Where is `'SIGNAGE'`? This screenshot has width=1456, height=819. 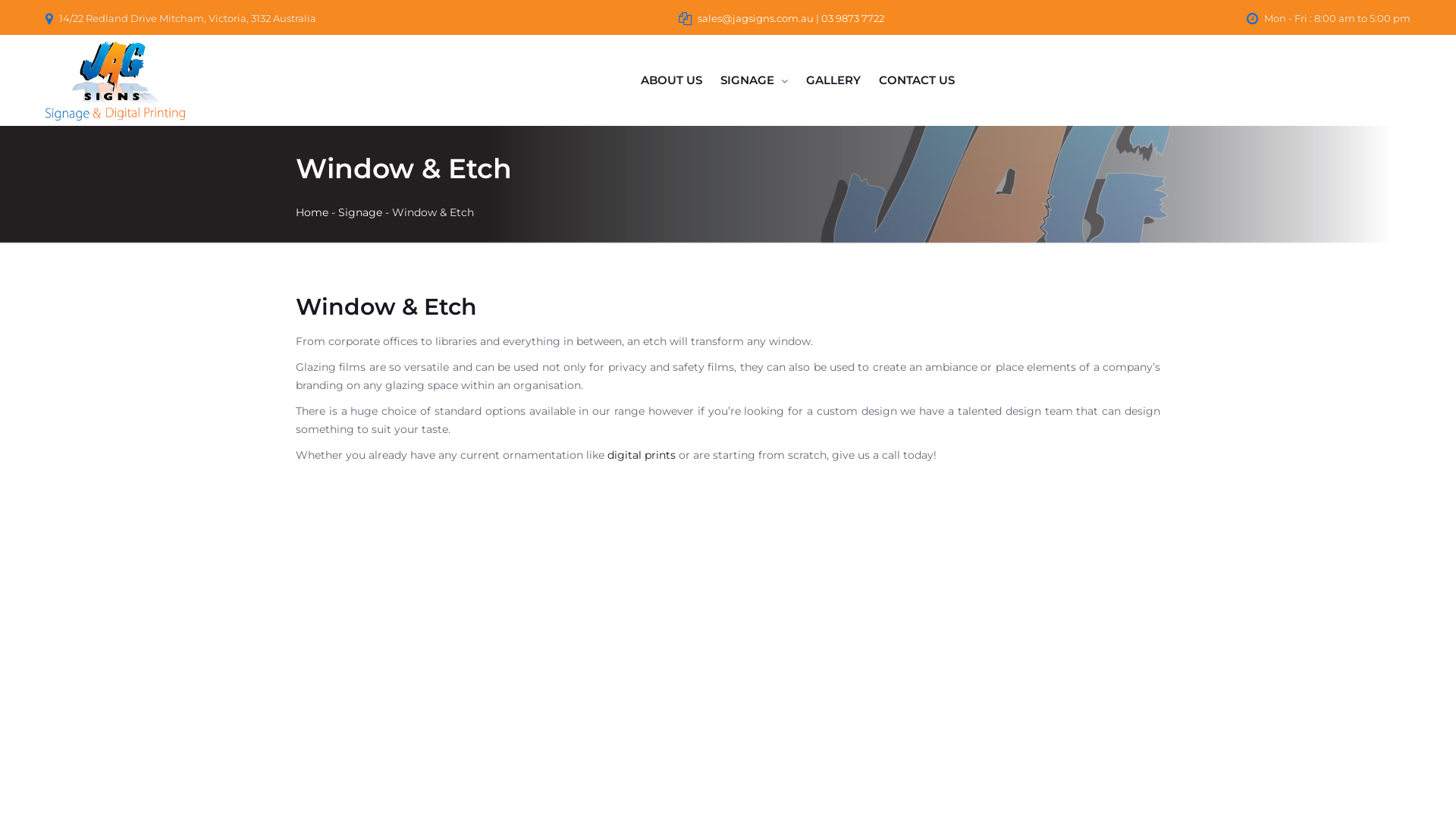 'SIGNAGE' is located at coordinates (747, 80).